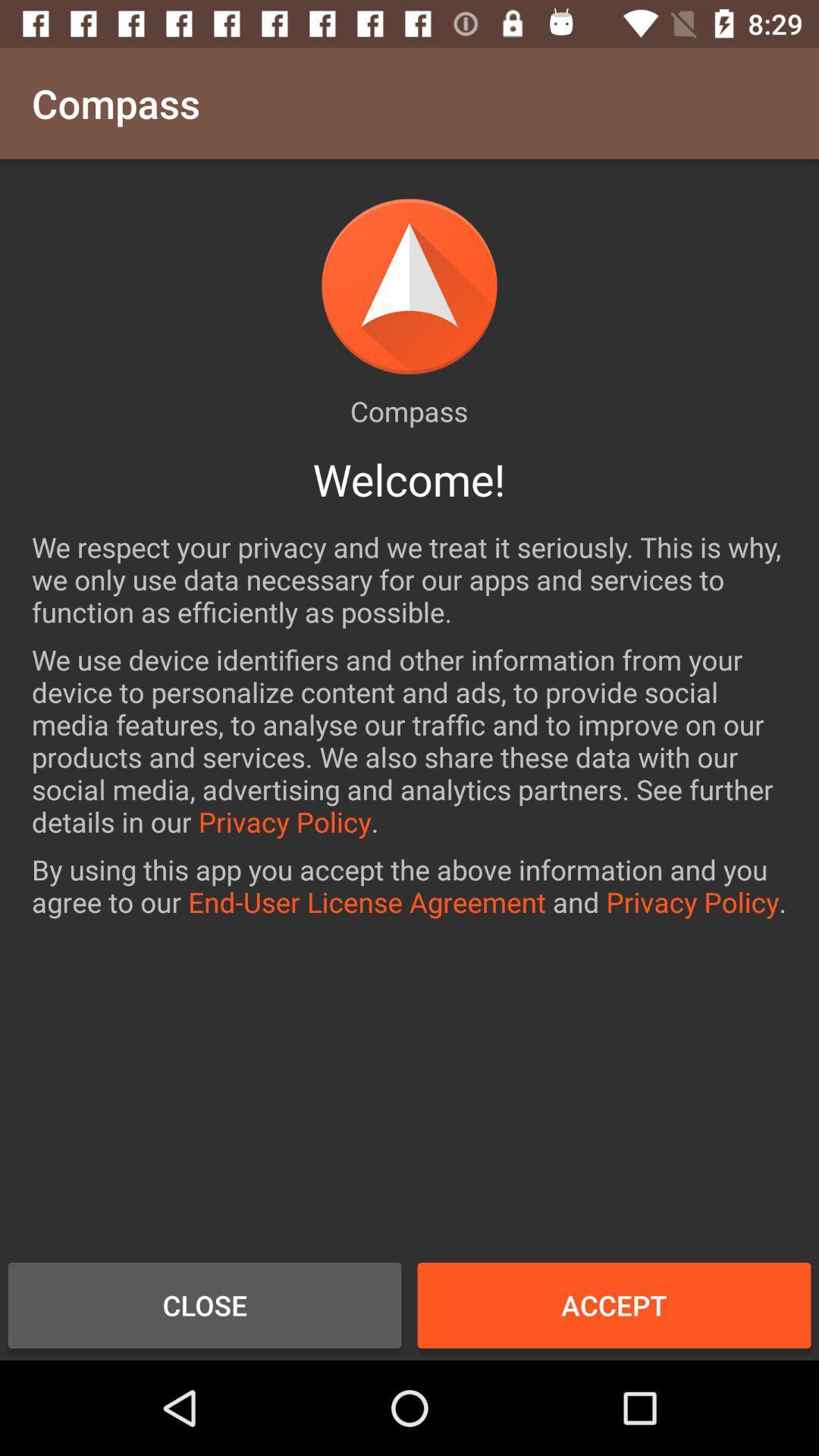 Image resolution: width=819 pixels, height=1456 pixels. Describe the element at coordinates (205, 1304) in the screenshot. I see `icon below the by using this item` at that location.